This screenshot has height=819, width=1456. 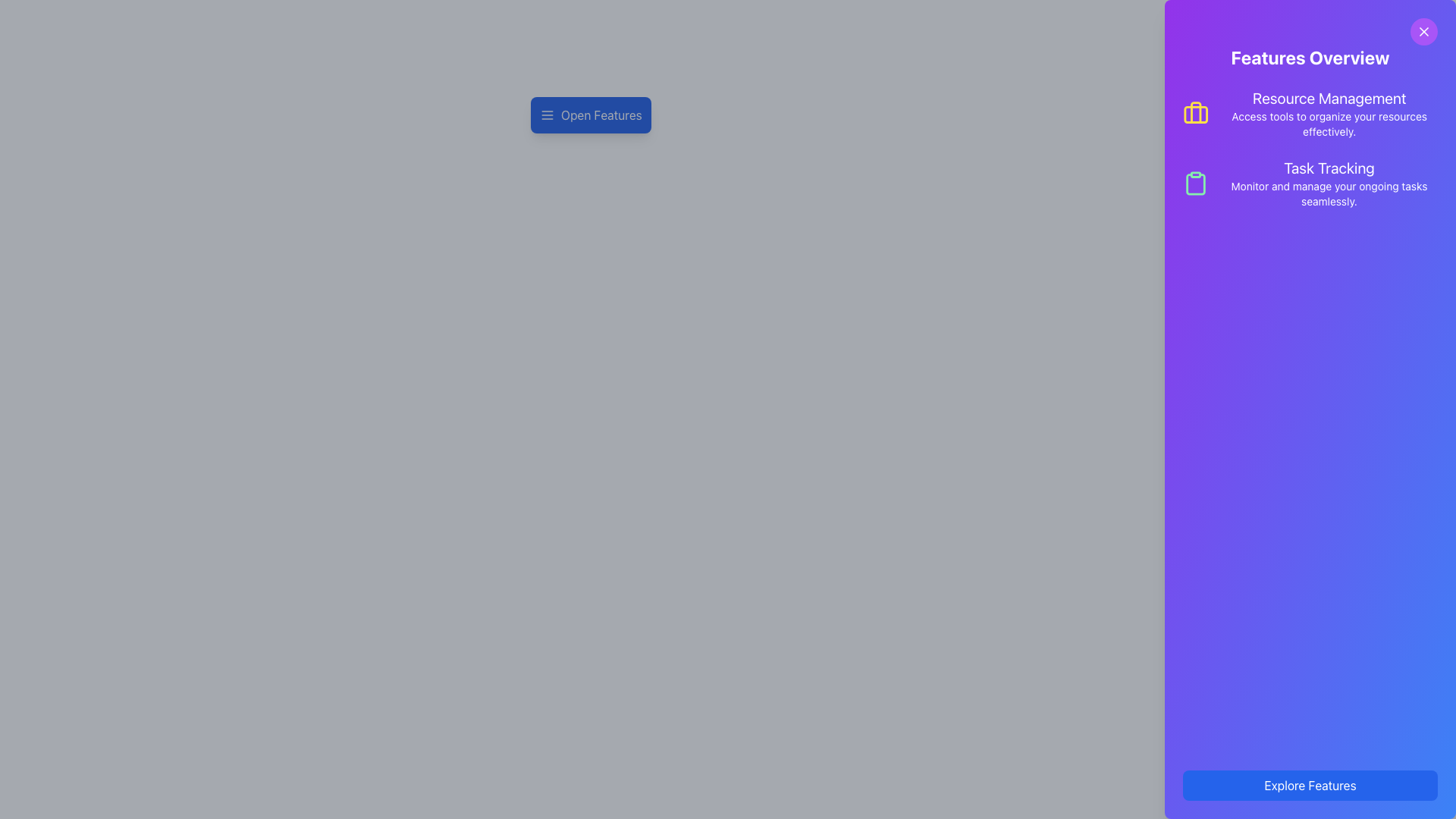 I want to click on title text 'Features Overview' displayed in large, bold font at the top of the right sidebar, which has a gradient background transitioning from purple to blue, so click(x=1310, y=57).